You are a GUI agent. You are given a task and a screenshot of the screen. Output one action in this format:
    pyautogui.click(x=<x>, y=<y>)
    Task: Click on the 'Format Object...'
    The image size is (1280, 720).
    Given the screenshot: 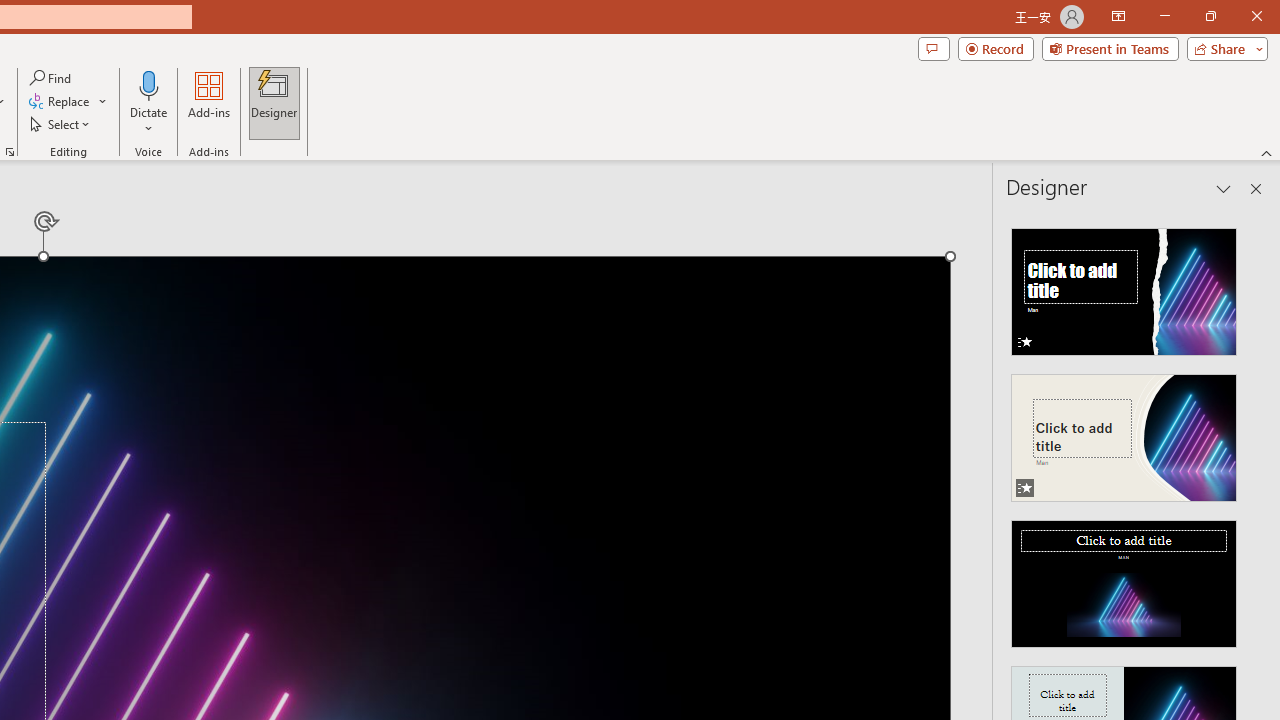 What is the action you would take?
    pyautogui.click(x=10, y=150)
    